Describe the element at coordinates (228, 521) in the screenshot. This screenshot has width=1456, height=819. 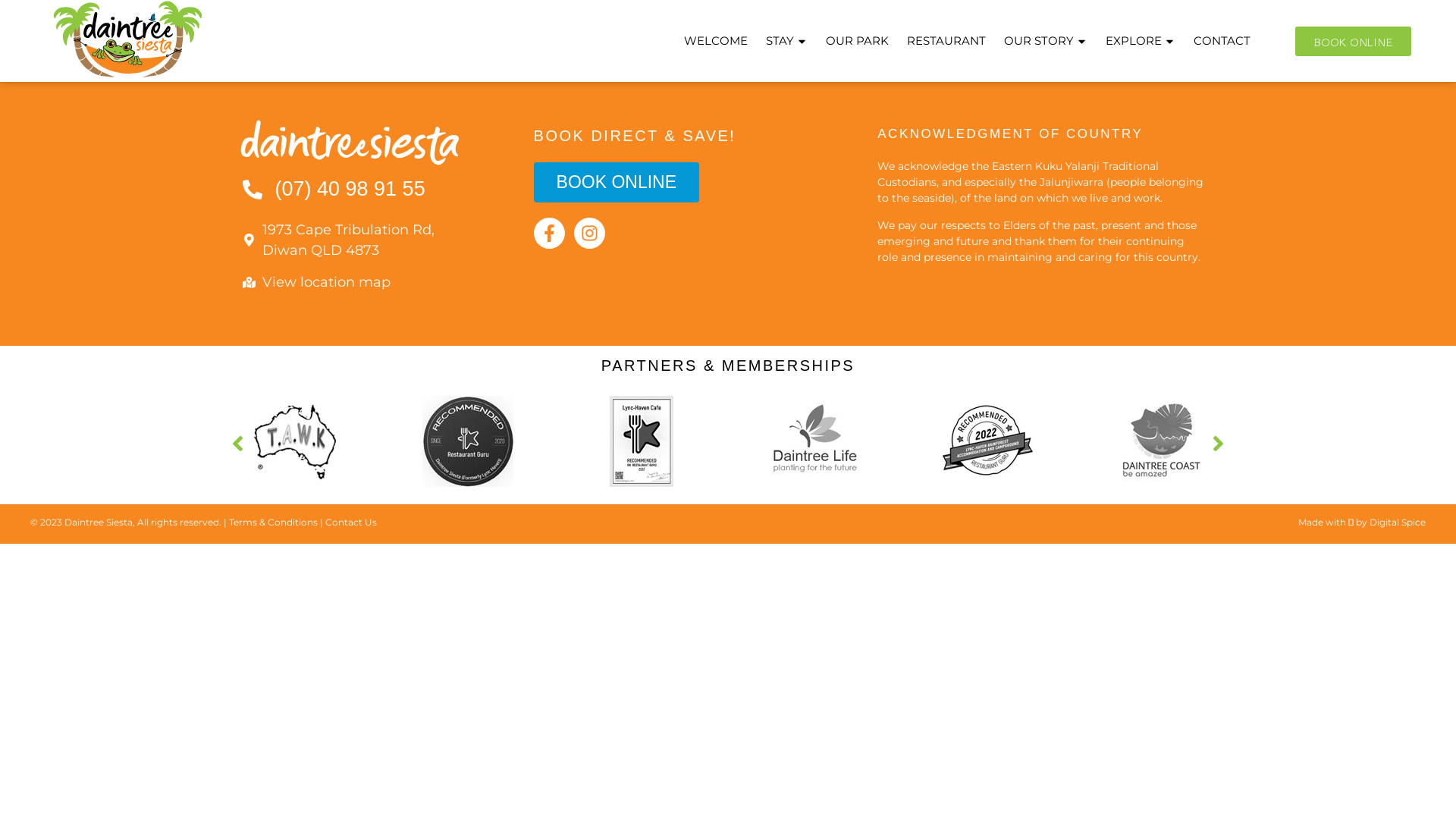
I see `'Terms & Conditions'` at that location.